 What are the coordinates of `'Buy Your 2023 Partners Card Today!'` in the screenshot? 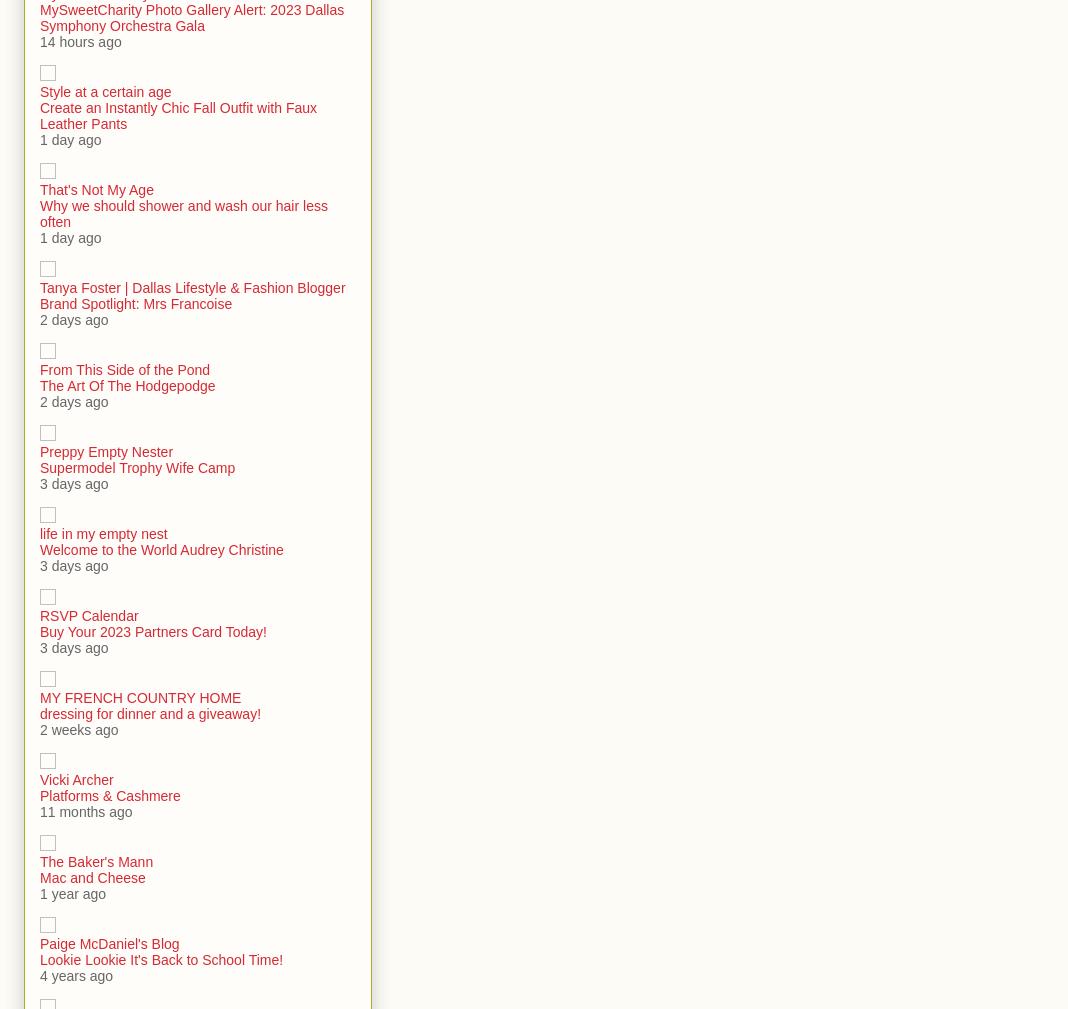 It's located at (153, 632).